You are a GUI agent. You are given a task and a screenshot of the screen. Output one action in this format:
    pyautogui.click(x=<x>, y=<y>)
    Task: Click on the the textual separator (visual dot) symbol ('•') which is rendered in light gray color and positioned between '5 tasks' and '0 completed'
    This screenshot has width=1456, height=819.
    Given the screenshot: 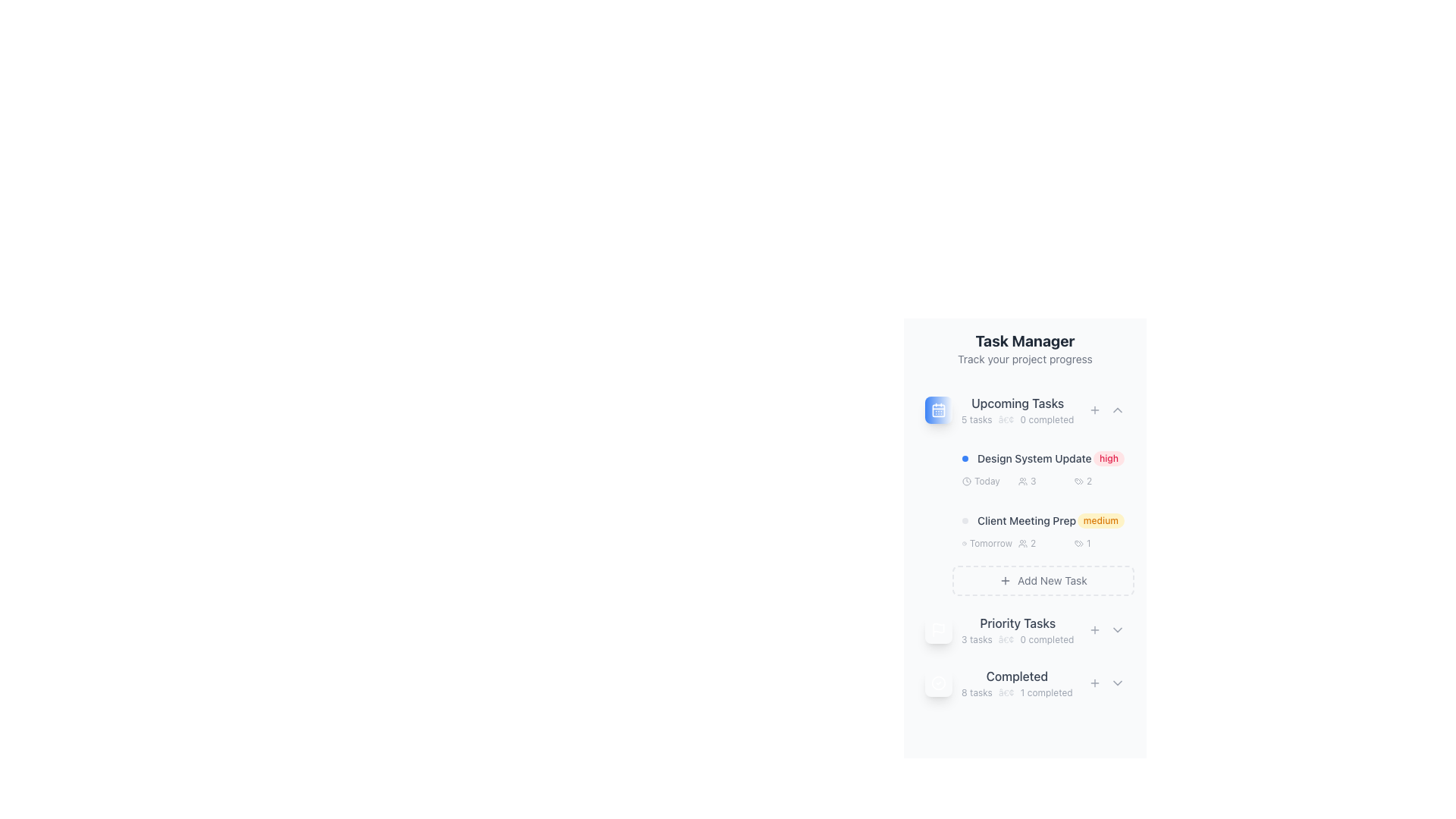 What is the action you would take?
    pyautogui.click(x=1006, y=420)
    